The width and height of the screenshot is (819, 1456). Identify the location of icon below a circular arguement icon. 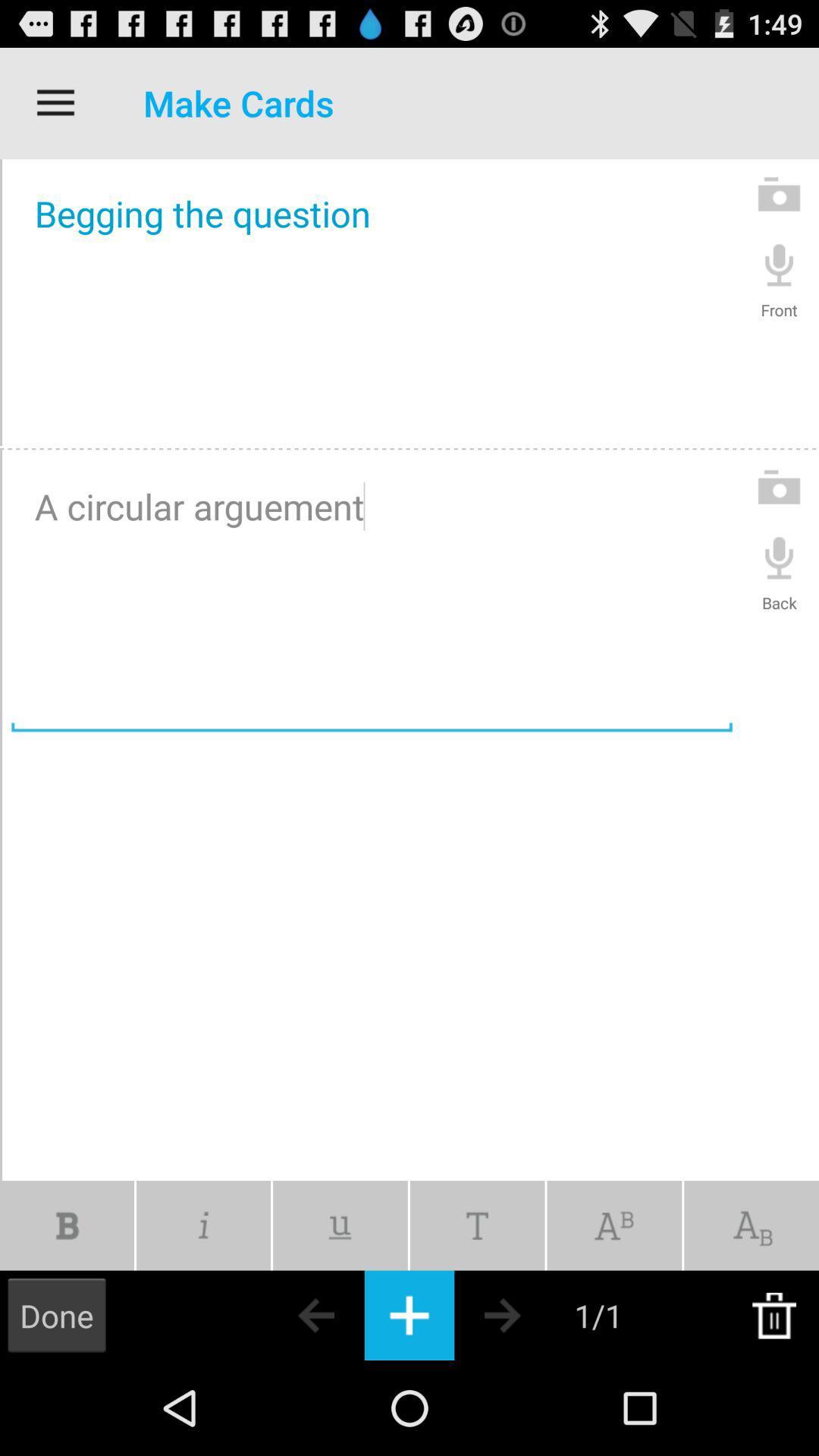
(614, 1225).